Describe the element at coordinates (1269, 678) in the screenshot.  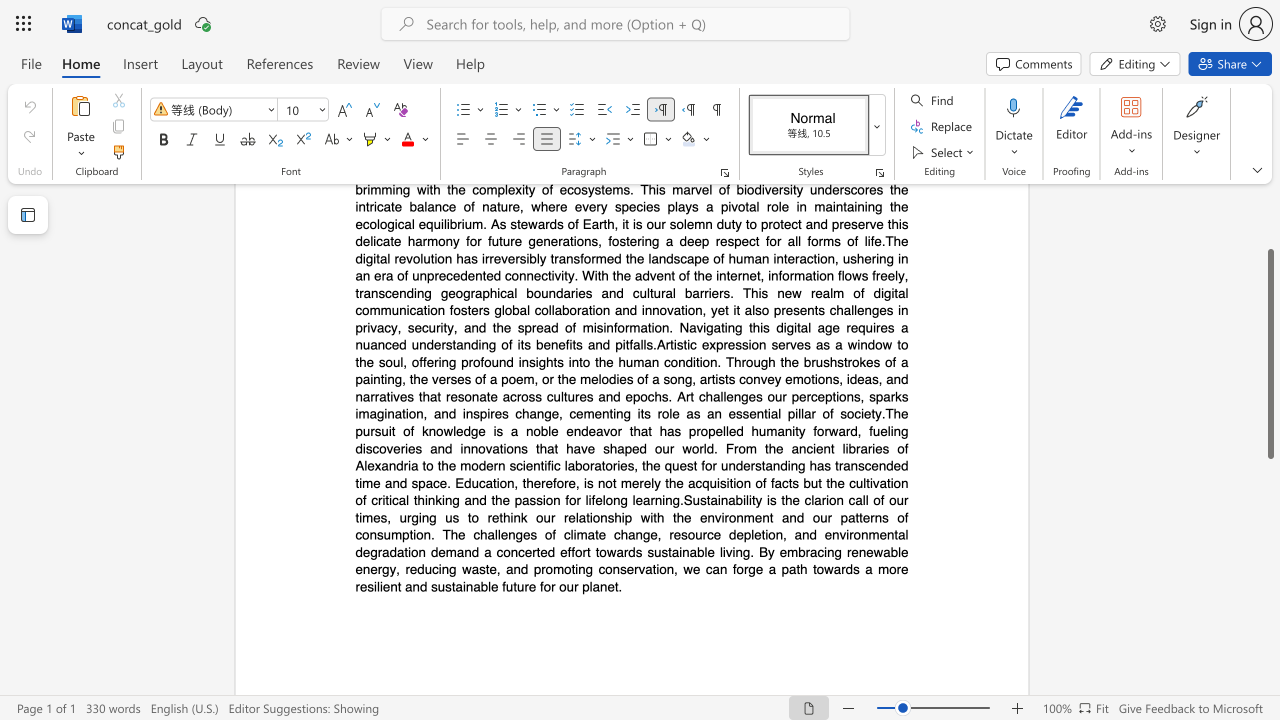
I see `the scrollbar to move the page down` at that location.